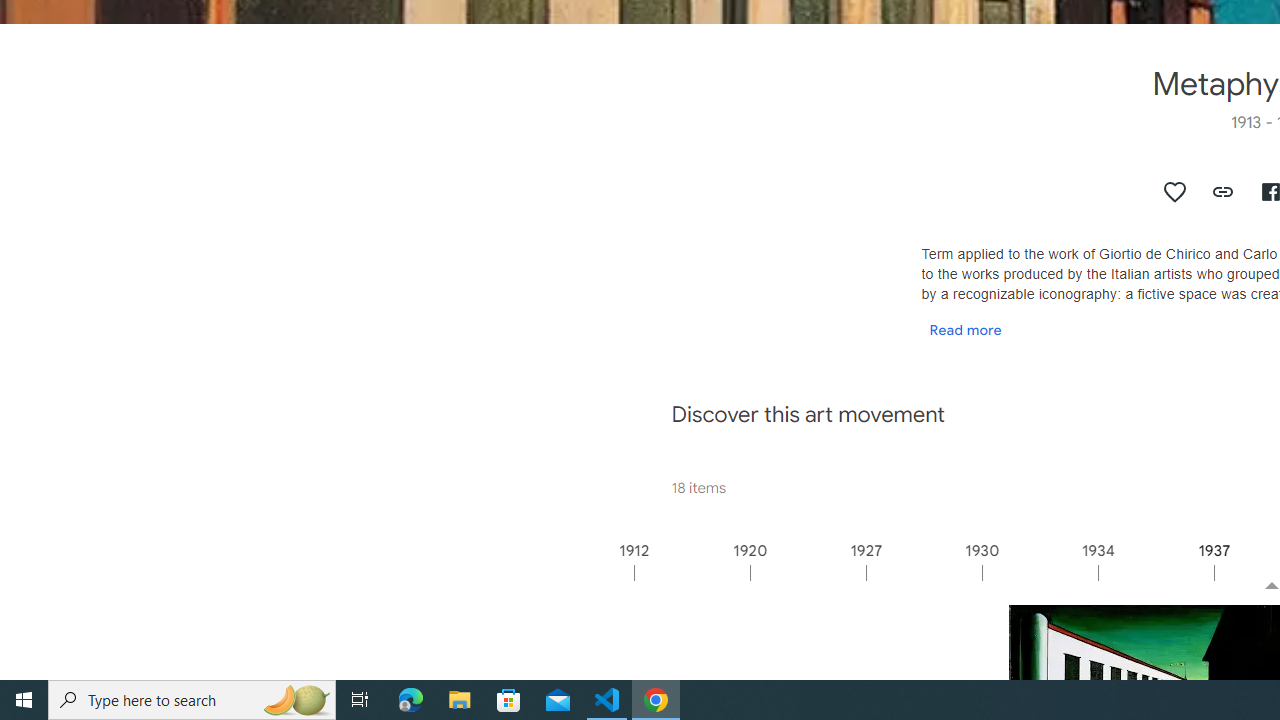  What do you see at coordinates (691, 572) in the screenshot?
I see `'1912'` at bounding box center [691, 572].